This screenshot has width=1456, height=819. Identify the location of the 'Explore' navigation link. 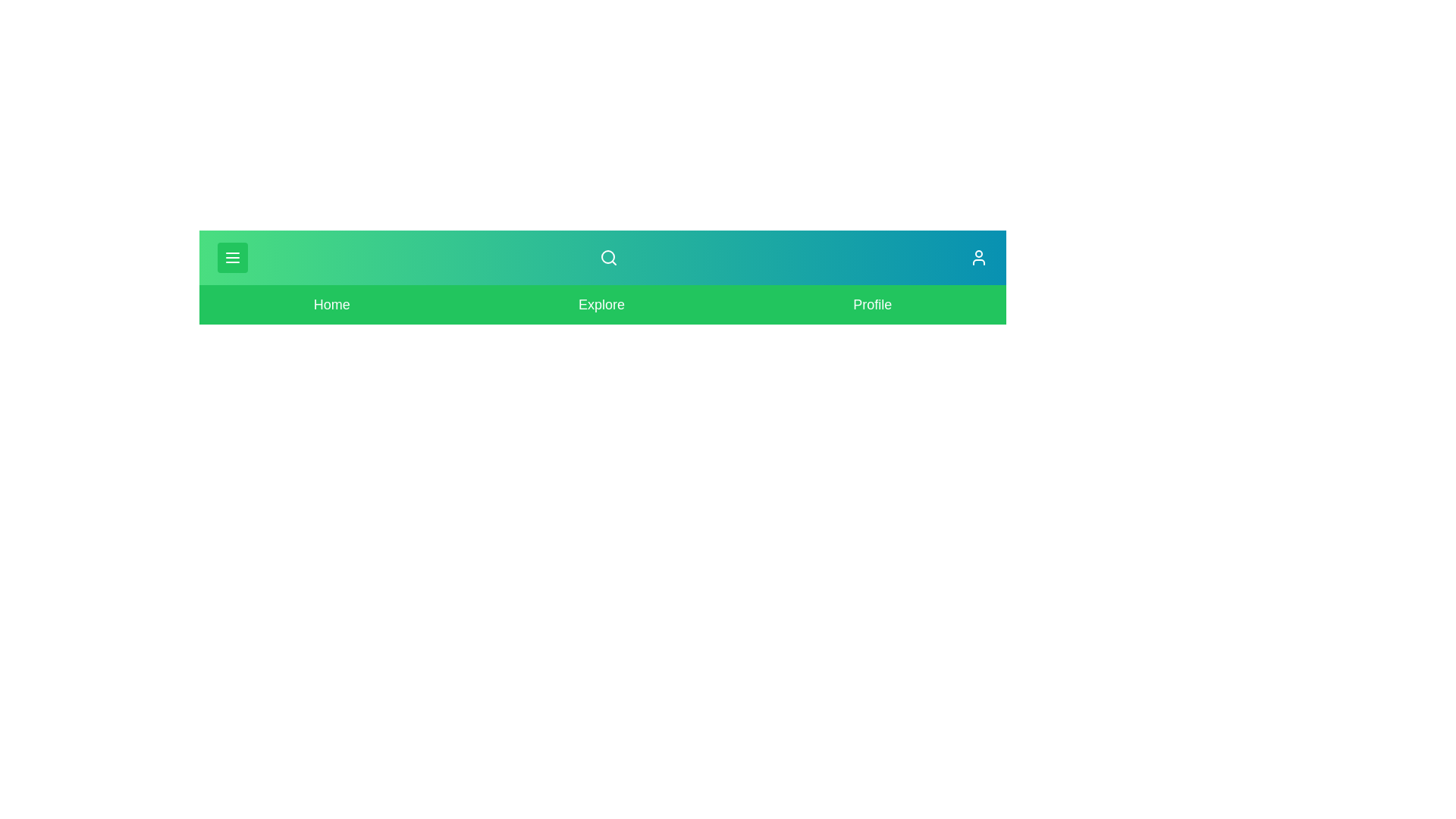
(600, 304).